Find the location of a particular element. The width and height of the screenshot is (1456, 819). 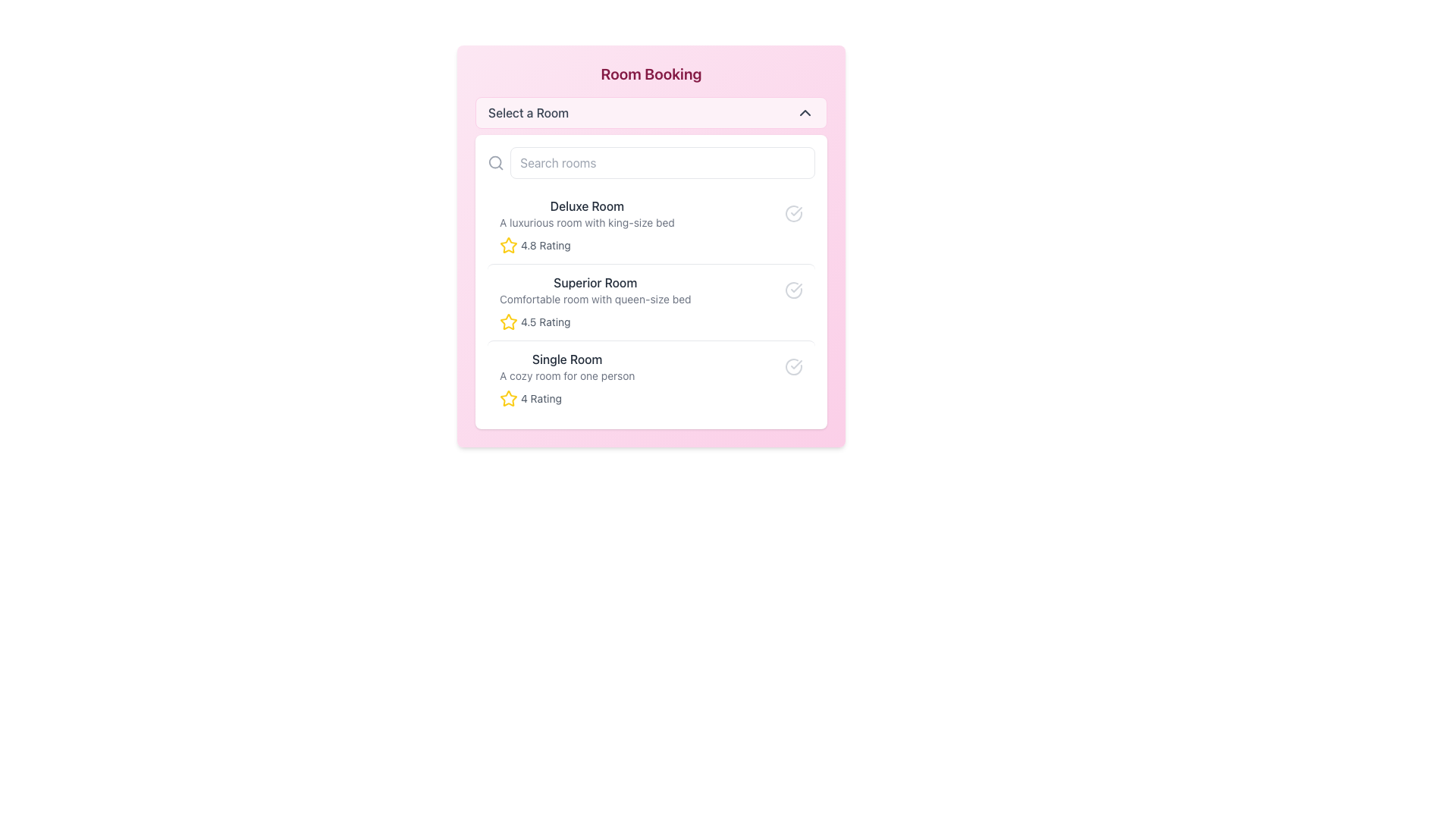

the 'Superior Room' card component in the 'Room Booking' dialog, which features a white background, rounded corners, and displays the room name, description, and rating is located at coordinates (651, 301).